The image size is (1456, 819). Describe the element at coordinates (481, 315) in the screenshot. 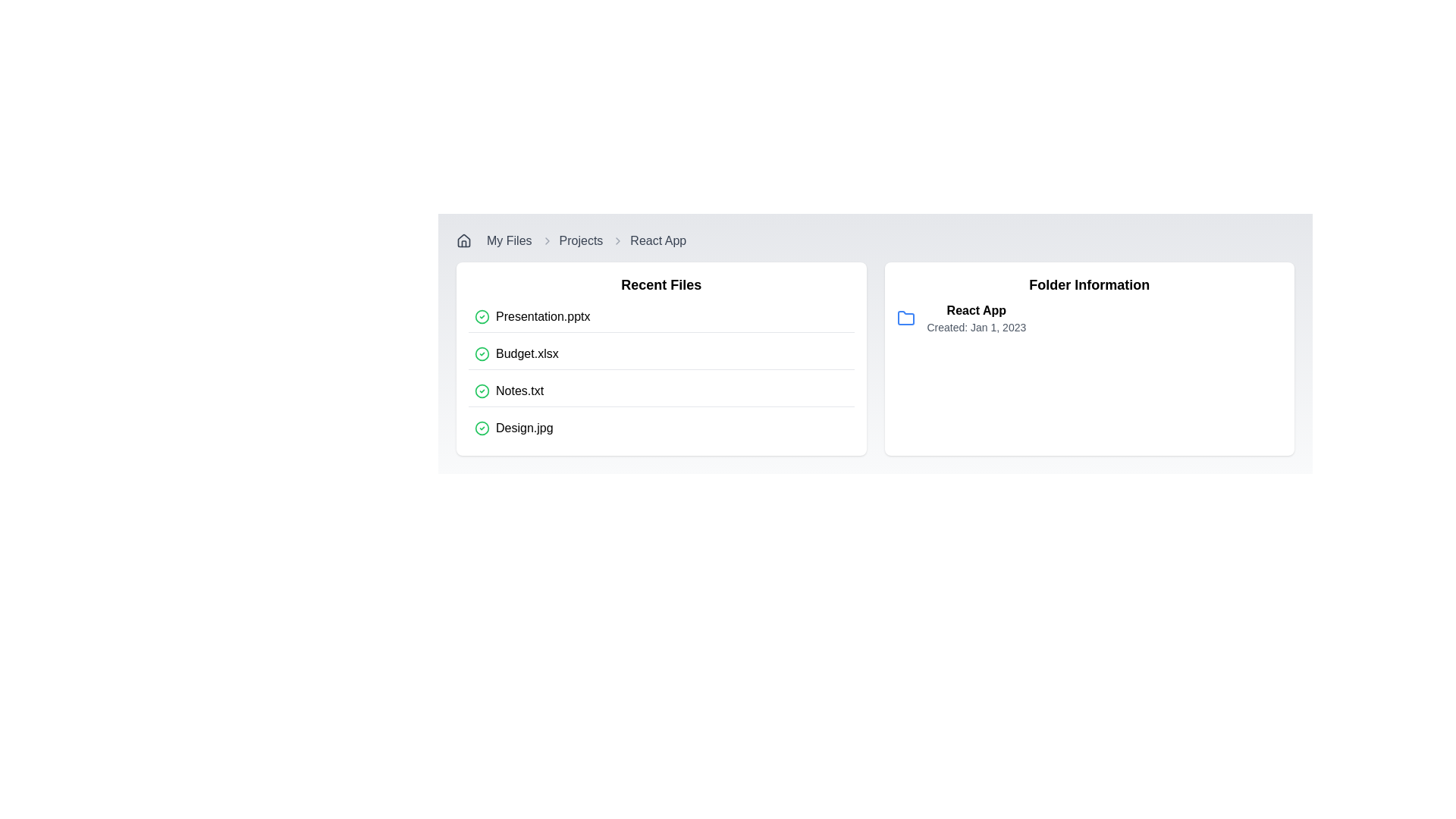

I see `the status icon for the file 'Presentation.pptx' located in the 'Recent Files' section` at that location.